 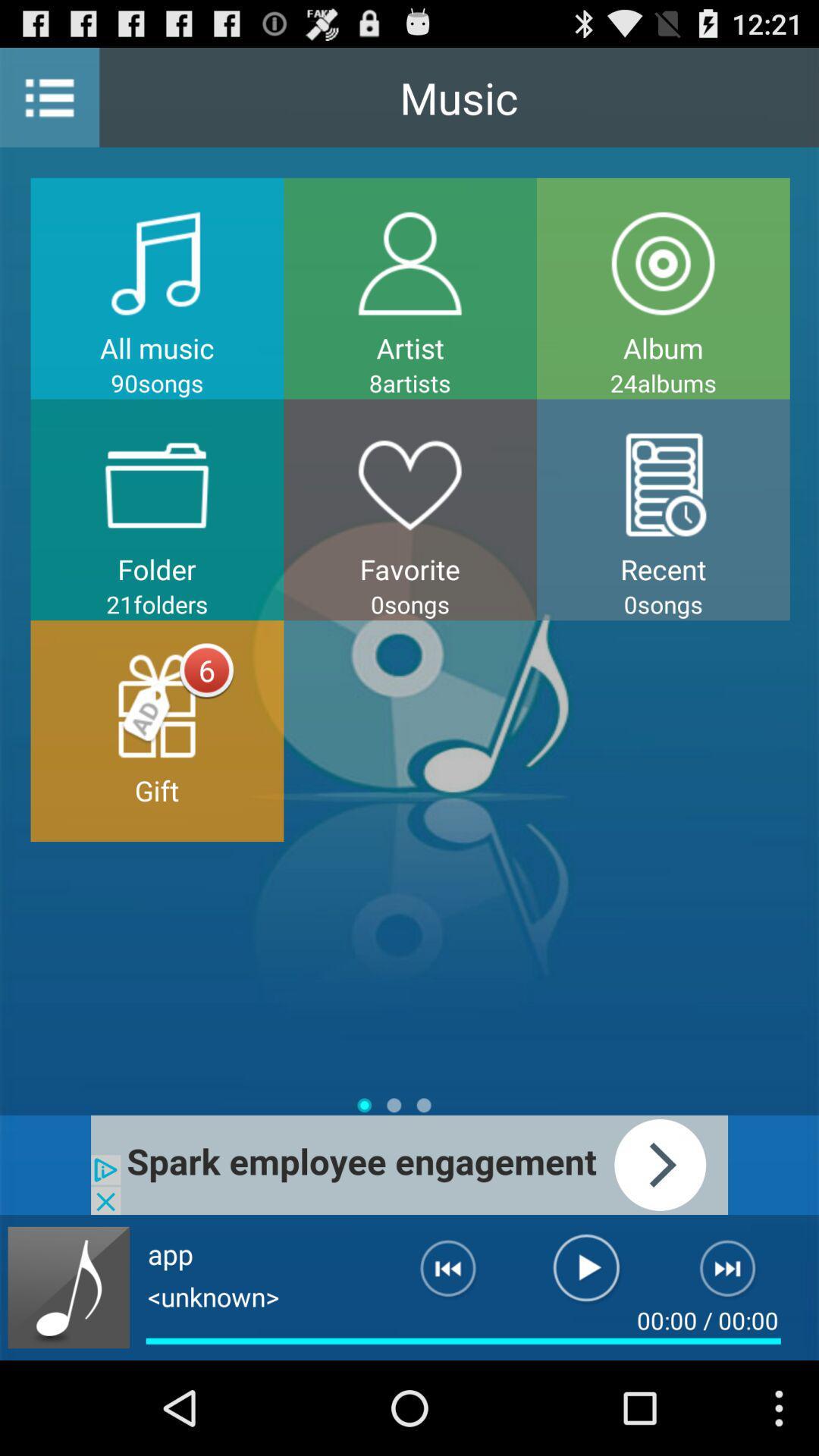 I want to click on the skip_next icon, so click(x=736, y=1364).